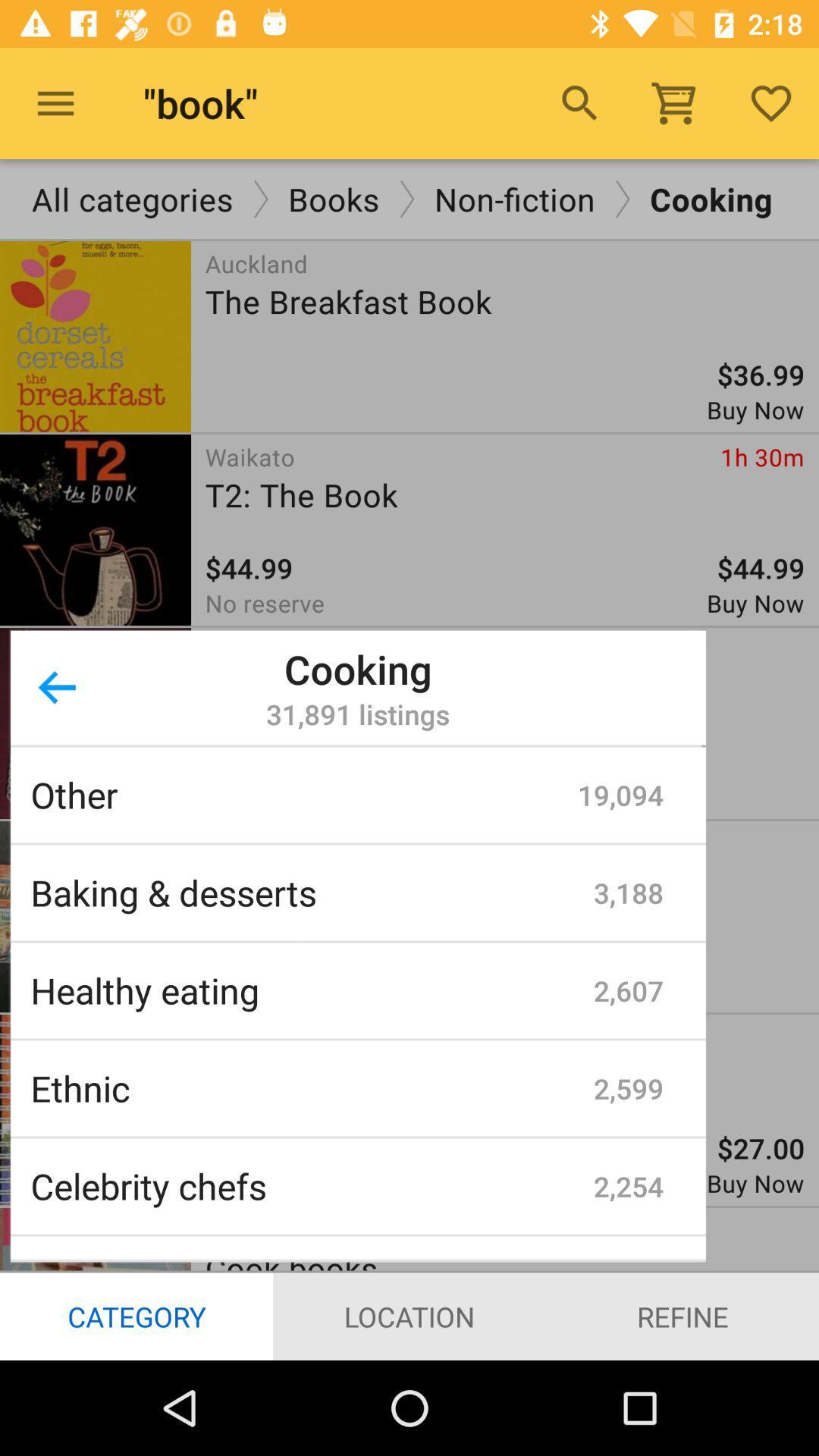 The image size is (819, 1456). I want to click on the celebrity chefs, so click(311, 1185).